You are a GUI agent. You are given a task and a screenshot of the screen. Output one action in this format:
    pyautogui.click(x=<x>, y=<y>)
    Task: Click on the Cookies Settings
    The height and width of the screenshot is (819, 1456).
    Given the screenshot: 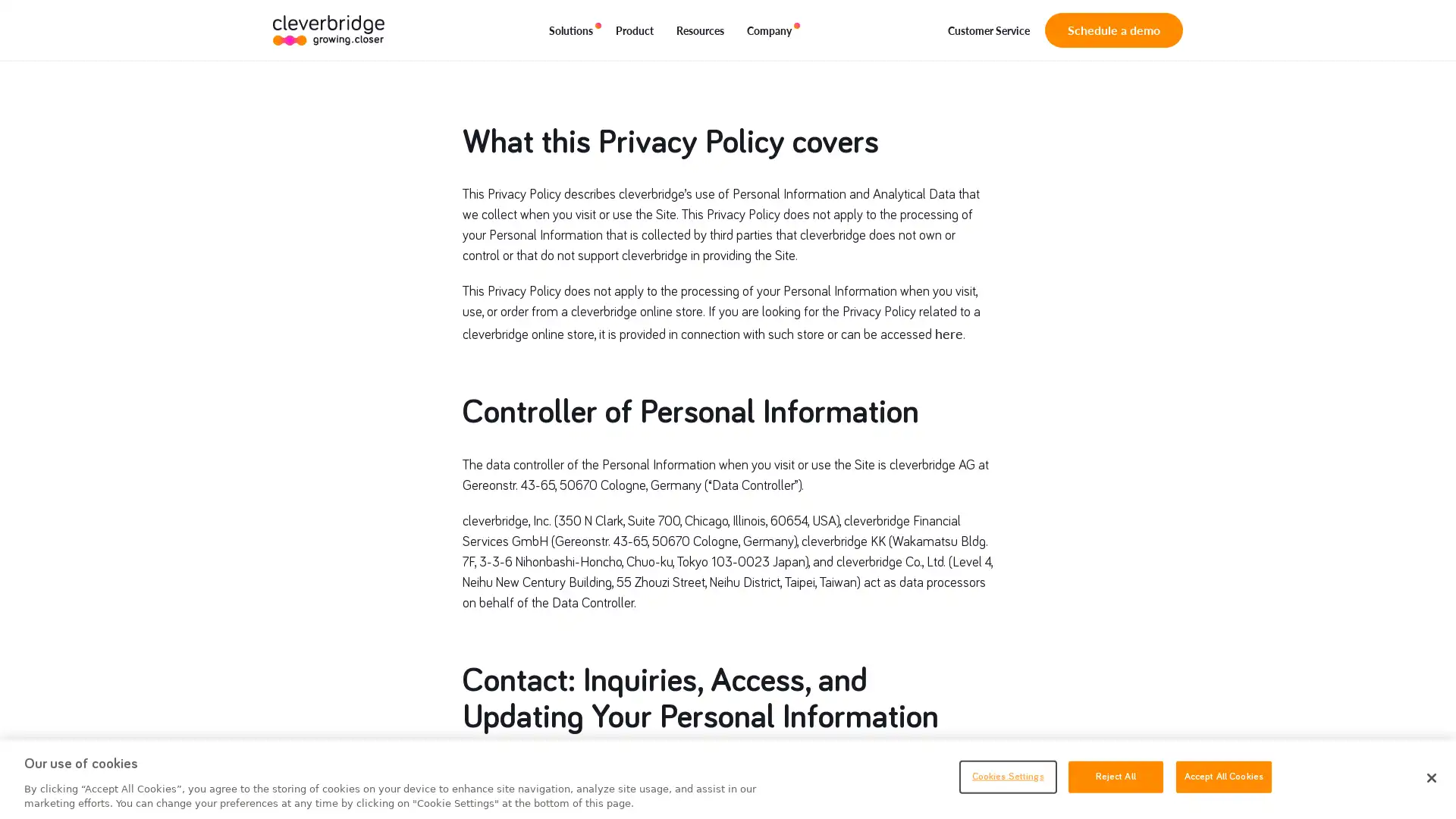 What is the action you would take?
    pyautogui.click(x=1007, y=776)
    